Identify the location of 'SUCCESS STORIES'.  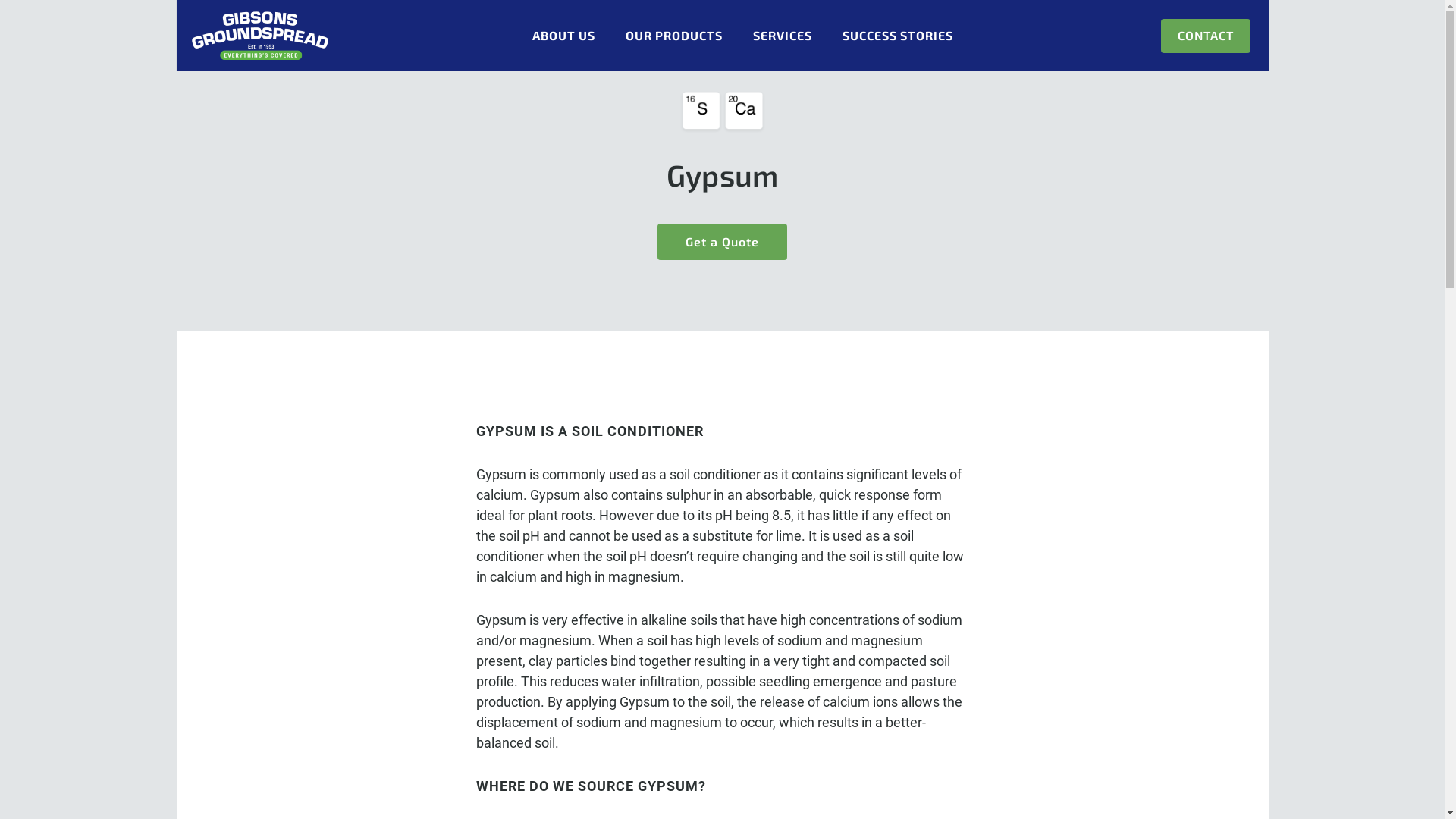
(841, 35).